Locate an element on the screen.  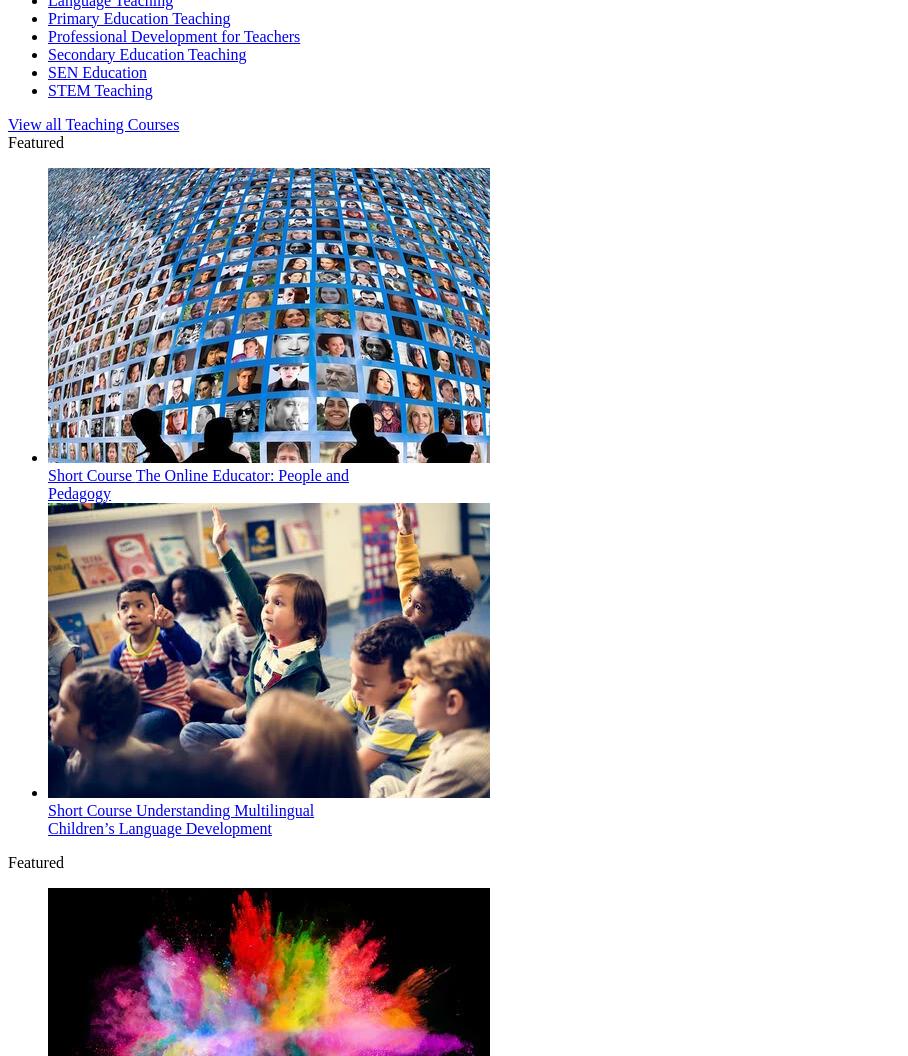
'Professional Development for Teachers' is located at coordinates (172, 35).